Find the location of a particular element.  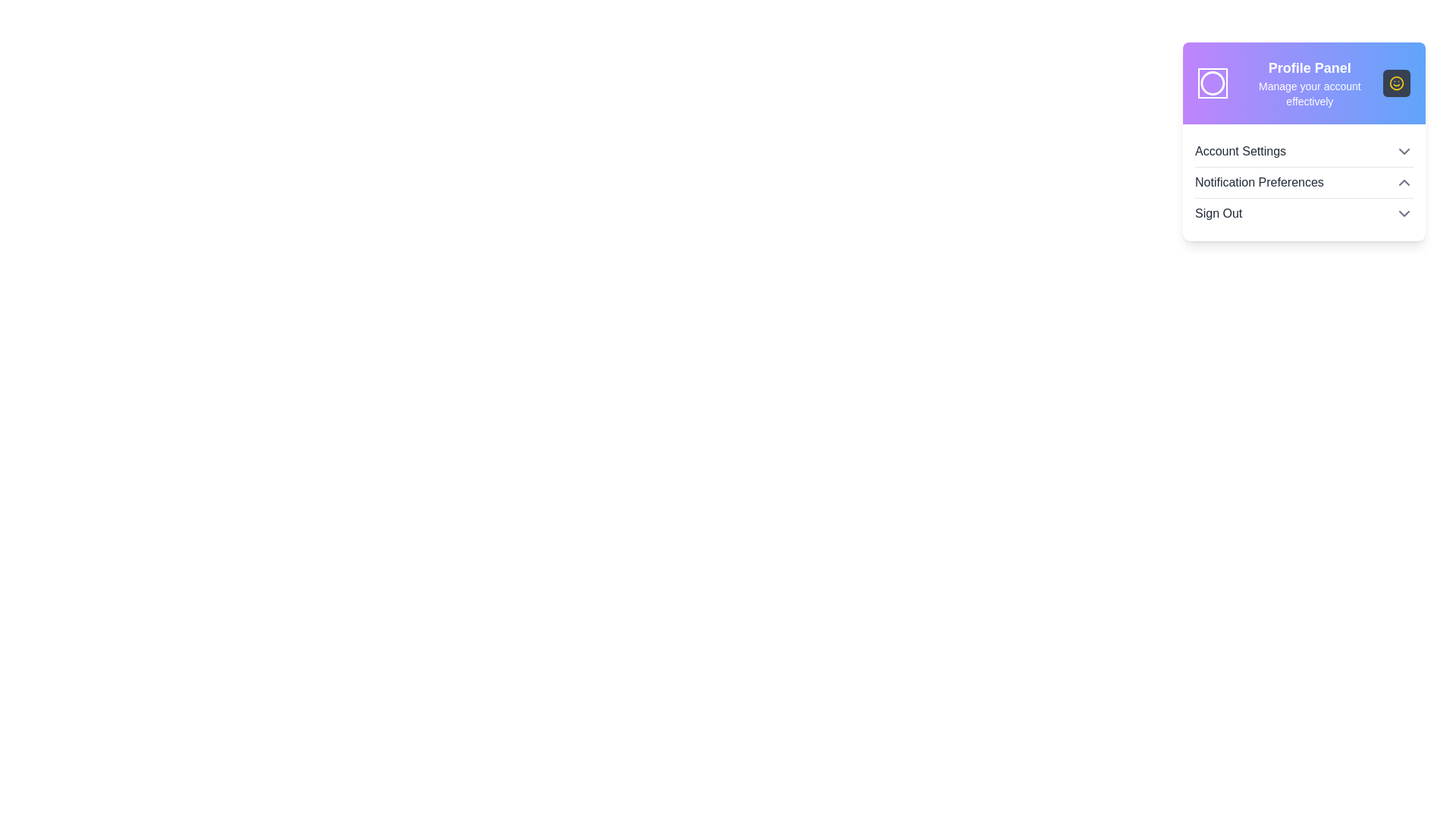

the Chevron-Down icon located to the far right of the 'Sign Out' option in the profile panel is located at coordinates (1404, 213).